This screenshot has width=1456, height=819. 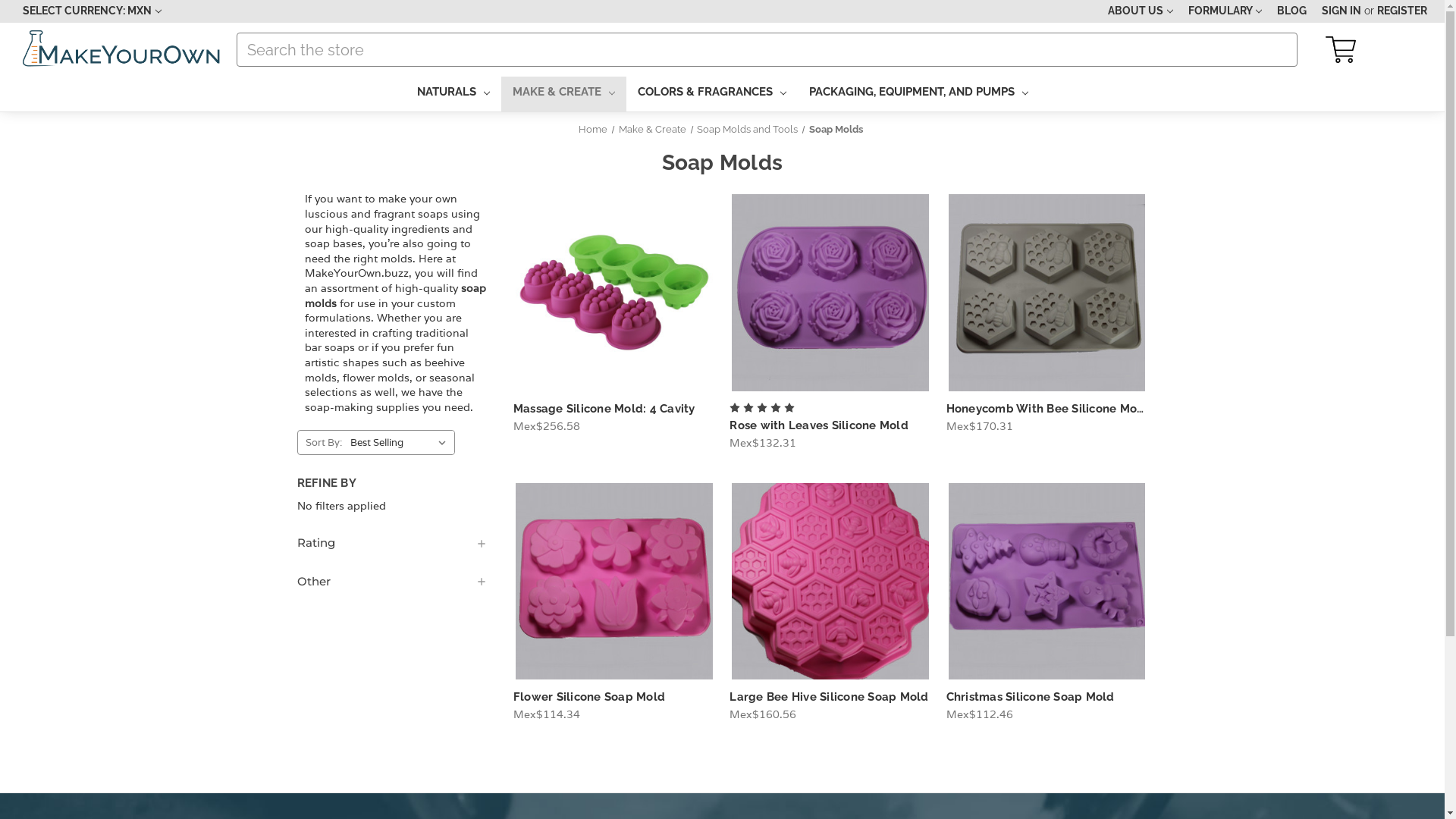 I want to click on 'MAKE & CREATE', so click(x=562, y=93).